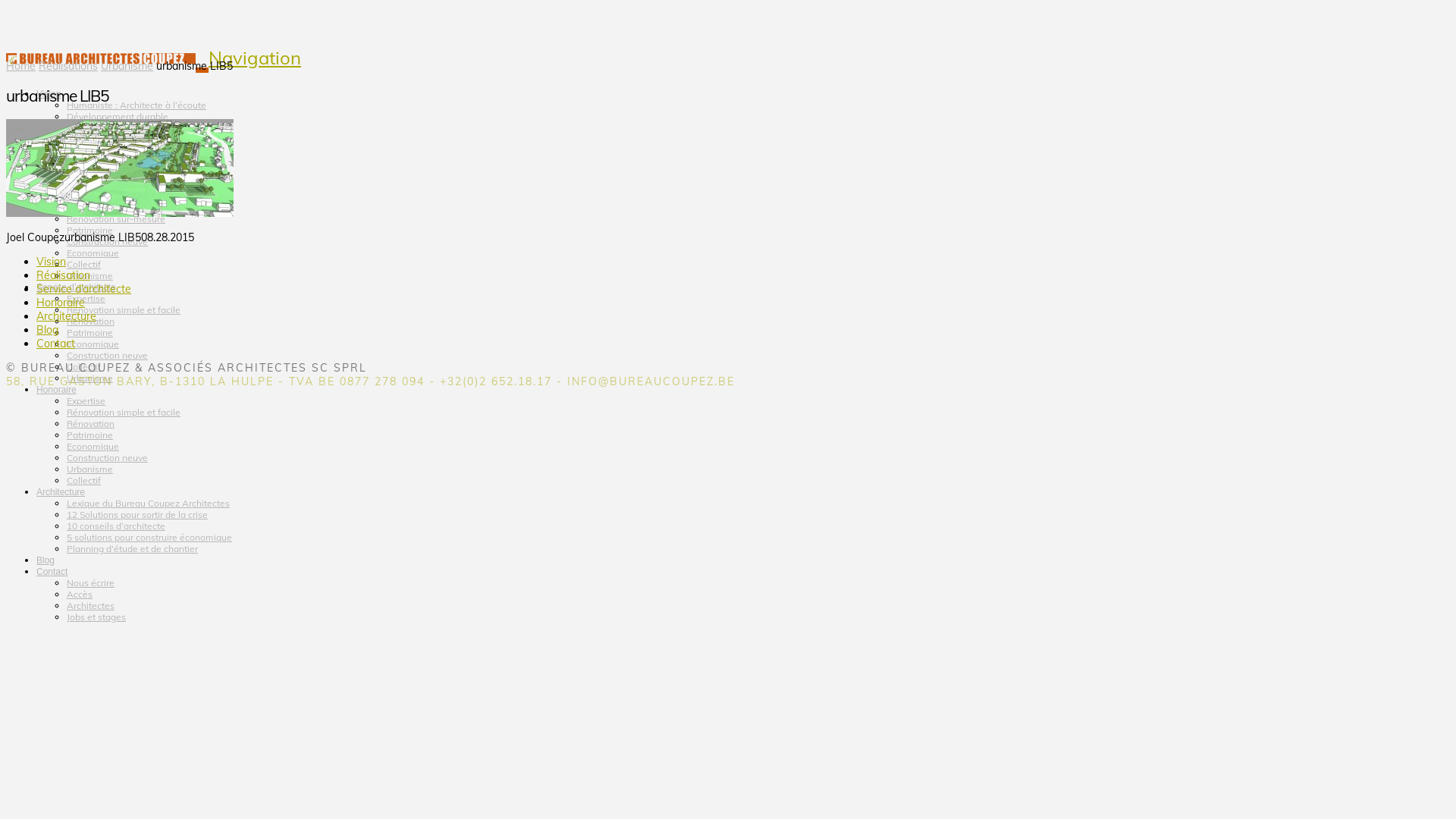 This screenshot has height=819, width=1456. Describe the element at coordinates (48, 80) in the screenshot. I see `'Vision'` at that location.